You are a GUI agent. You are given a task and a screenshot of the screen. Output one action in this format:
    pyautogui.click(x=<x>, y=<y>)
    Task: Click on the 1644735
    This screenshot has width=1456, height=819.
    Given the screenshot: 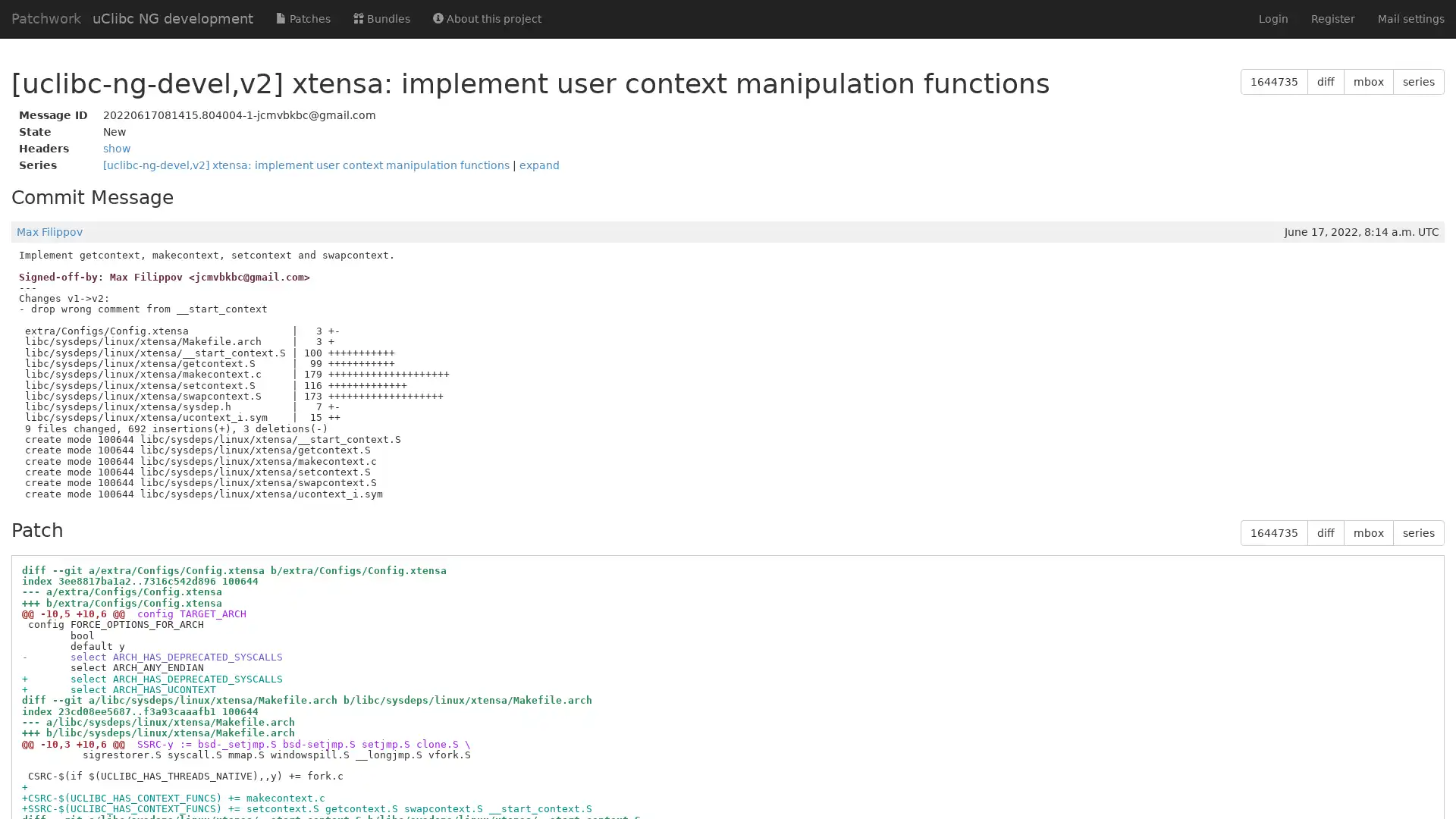 What is the action you would take?
    pyautogui.click(x=1274, y=82)
    